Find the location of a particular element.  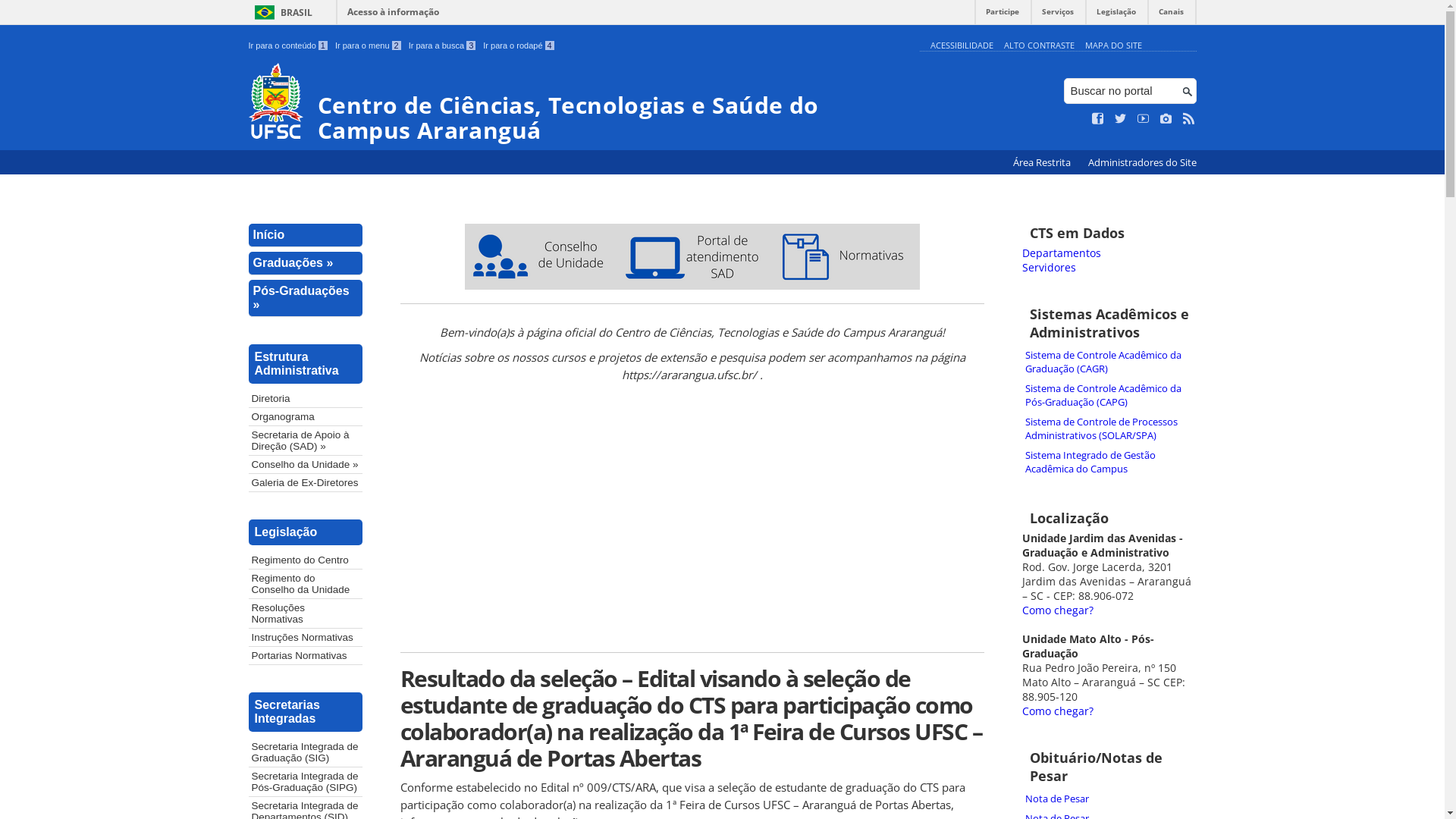

'Sistema de Controle de Processos Administrativos (SOLAR/SPA)' is located at coordinates (1109, 428).